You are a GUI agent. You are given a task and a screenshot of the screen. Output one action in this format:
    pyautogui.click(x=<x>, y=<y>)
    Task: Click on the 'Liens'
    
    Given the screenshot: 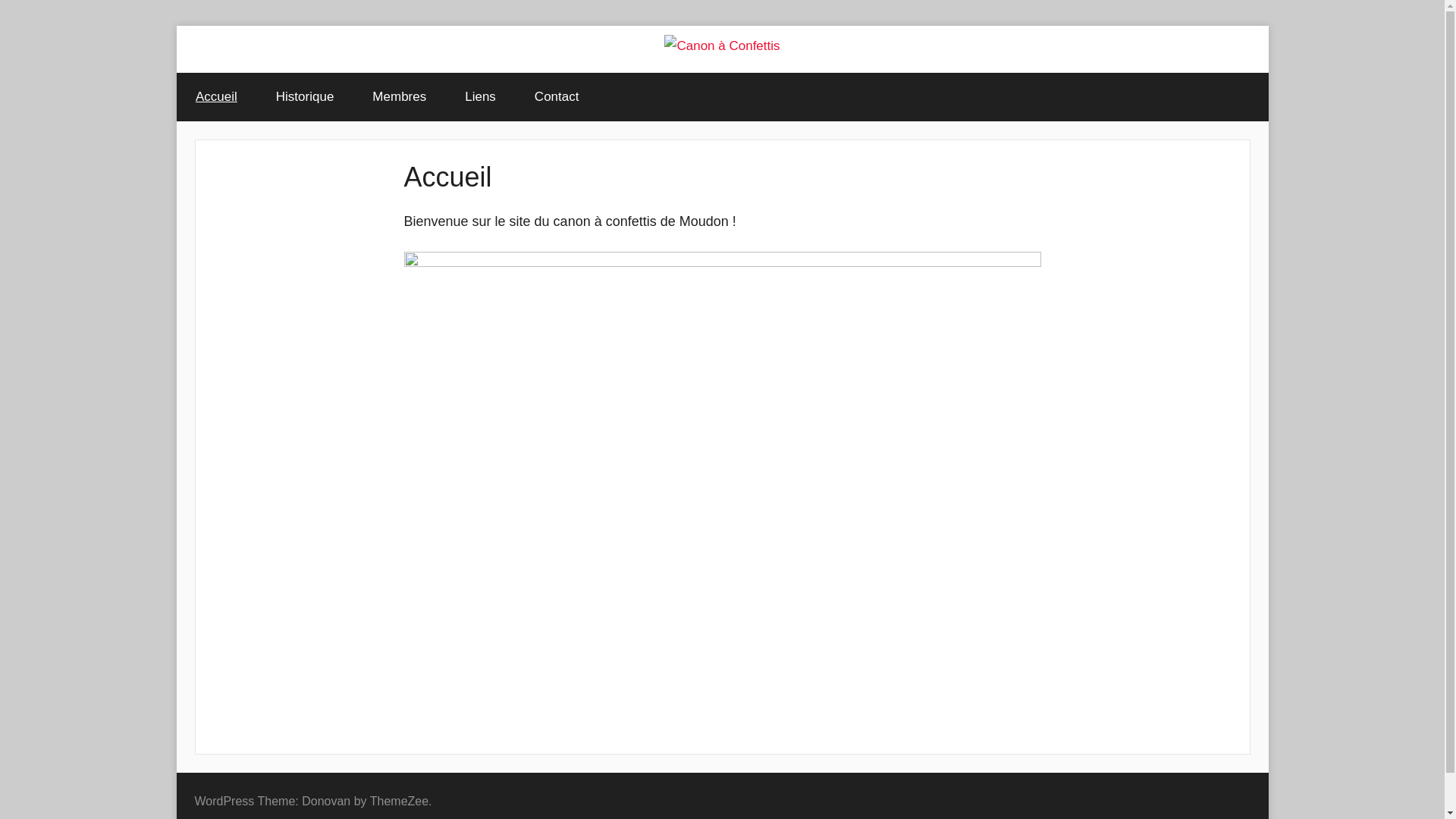 What is the action you would take?
    pyautogui.click(x=479, y=96)
    